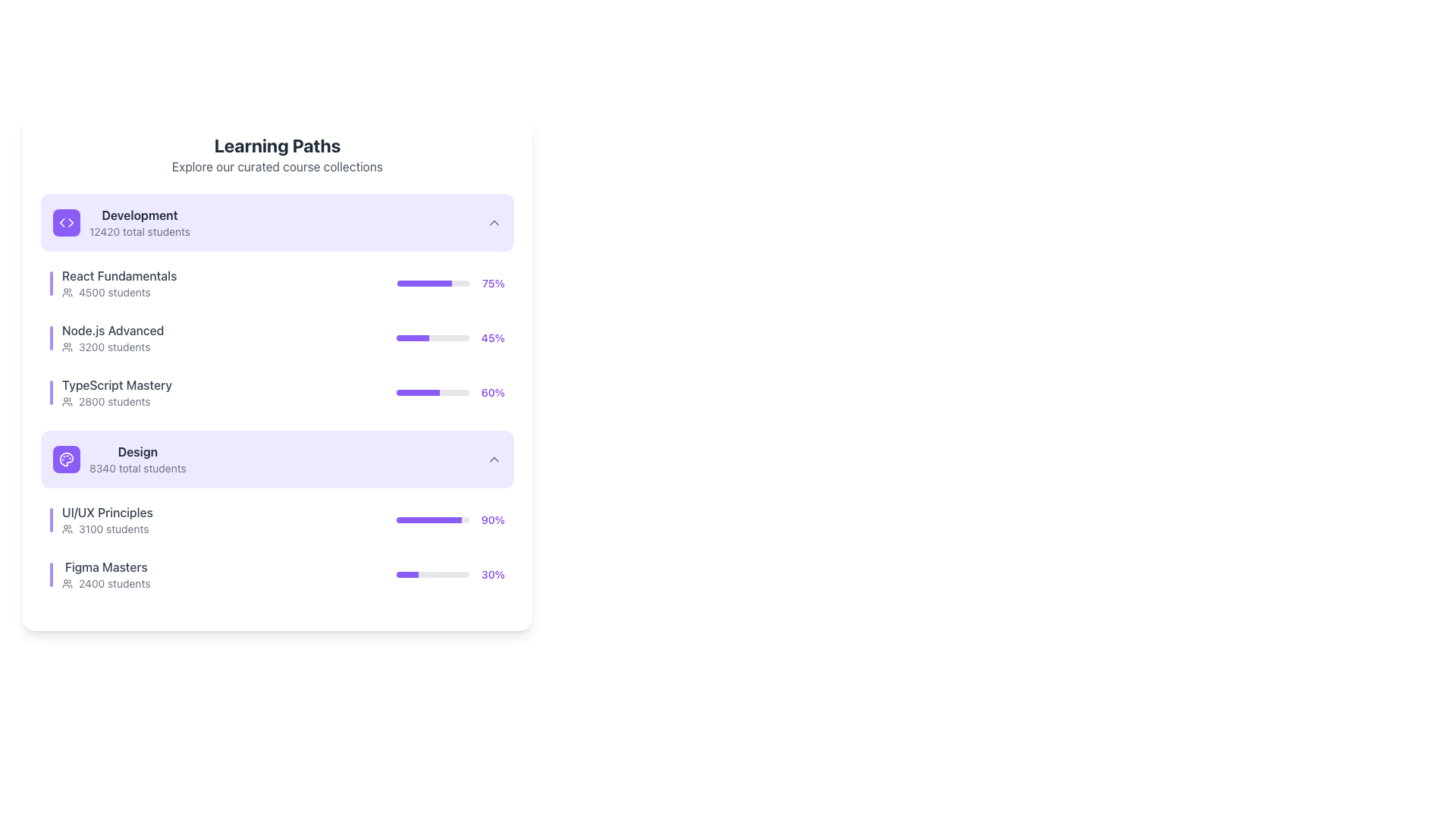 The image size is (1456, 819). What do you see at coordinates (433, 284) in the screenshot?
I see `the topmost progress bar in the 'Development' section that visually represents the completion percentage of 'React Fundamentals' with a label of '75%'` at bounding box center [433, 284].